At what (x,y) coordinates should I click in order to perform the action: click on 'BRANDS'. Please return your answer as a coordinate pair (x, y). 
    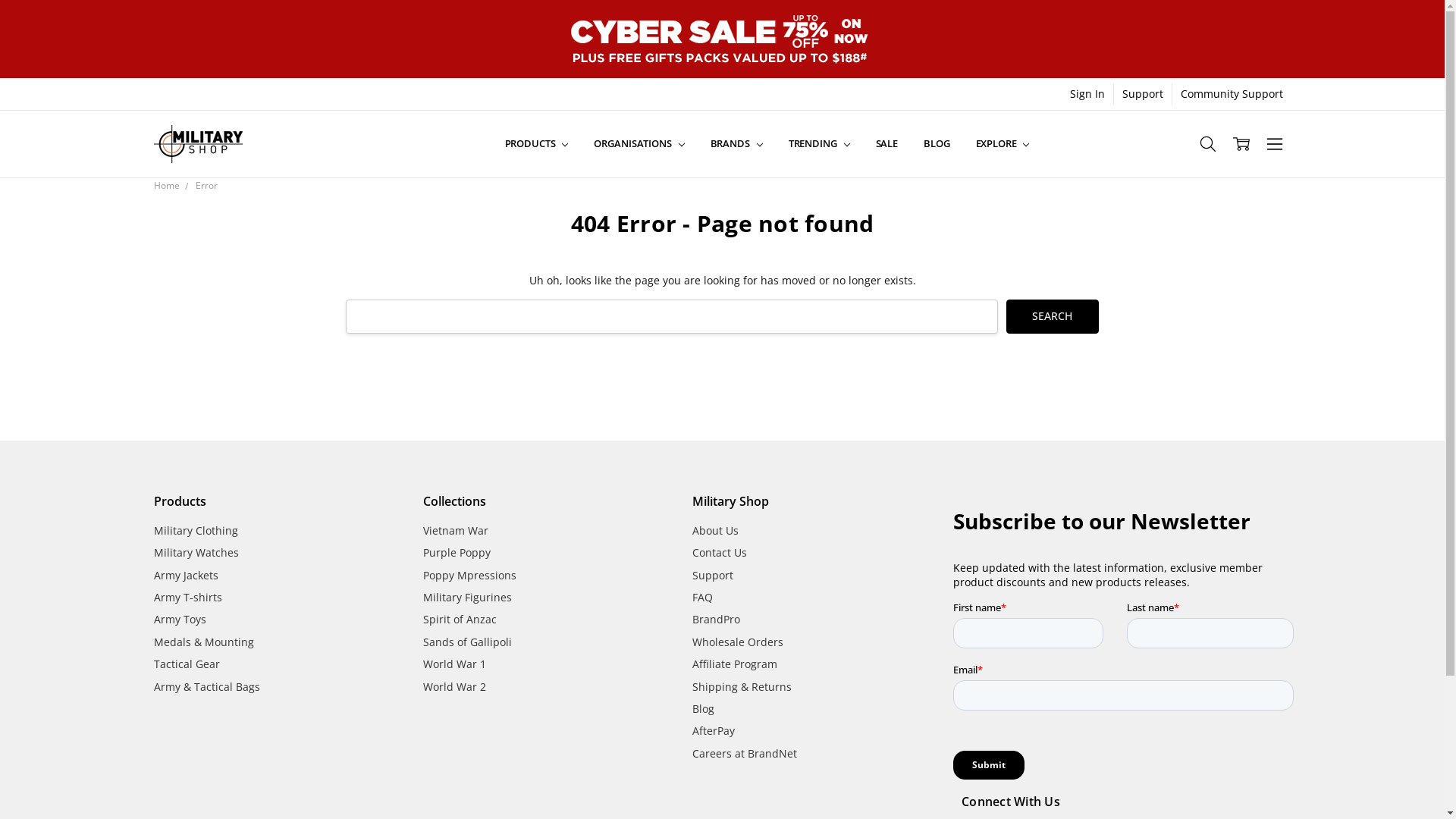
    Looking at the image, I should click on (736, 143).